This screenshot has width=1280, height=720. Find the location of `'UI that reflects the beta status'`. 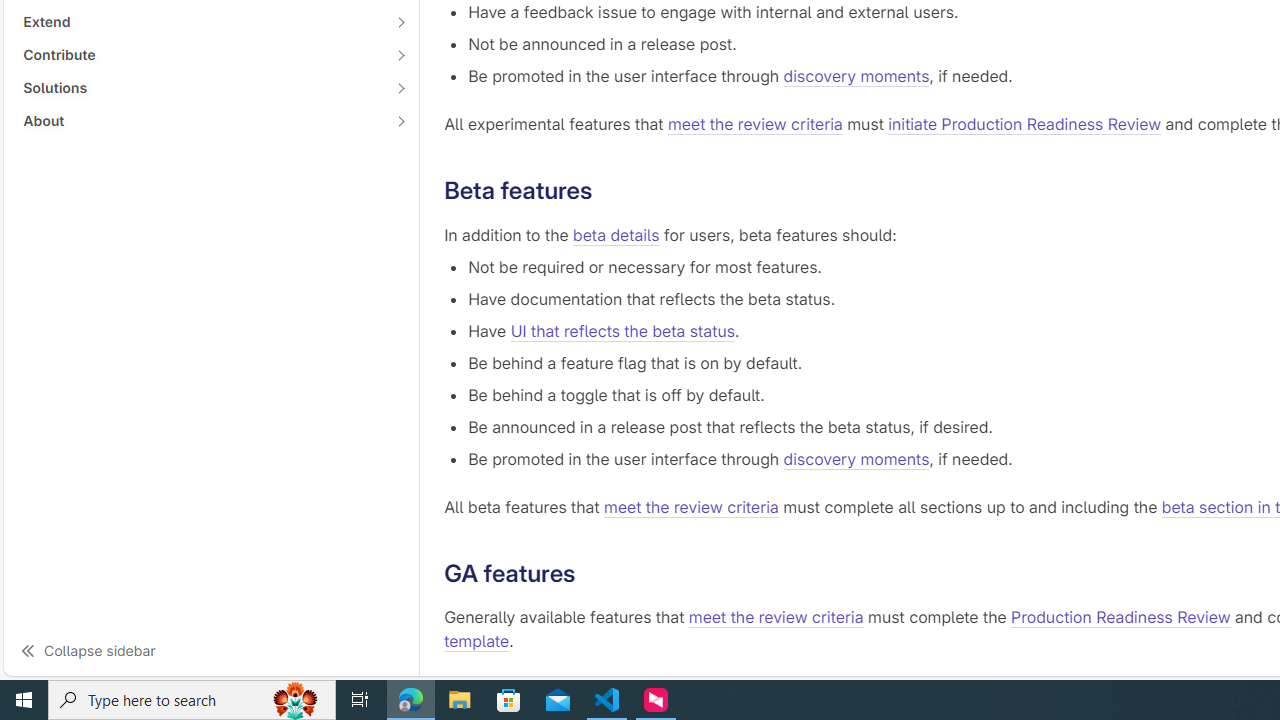

'UI that reflects the beta status' is located at coordinates (621, 329).